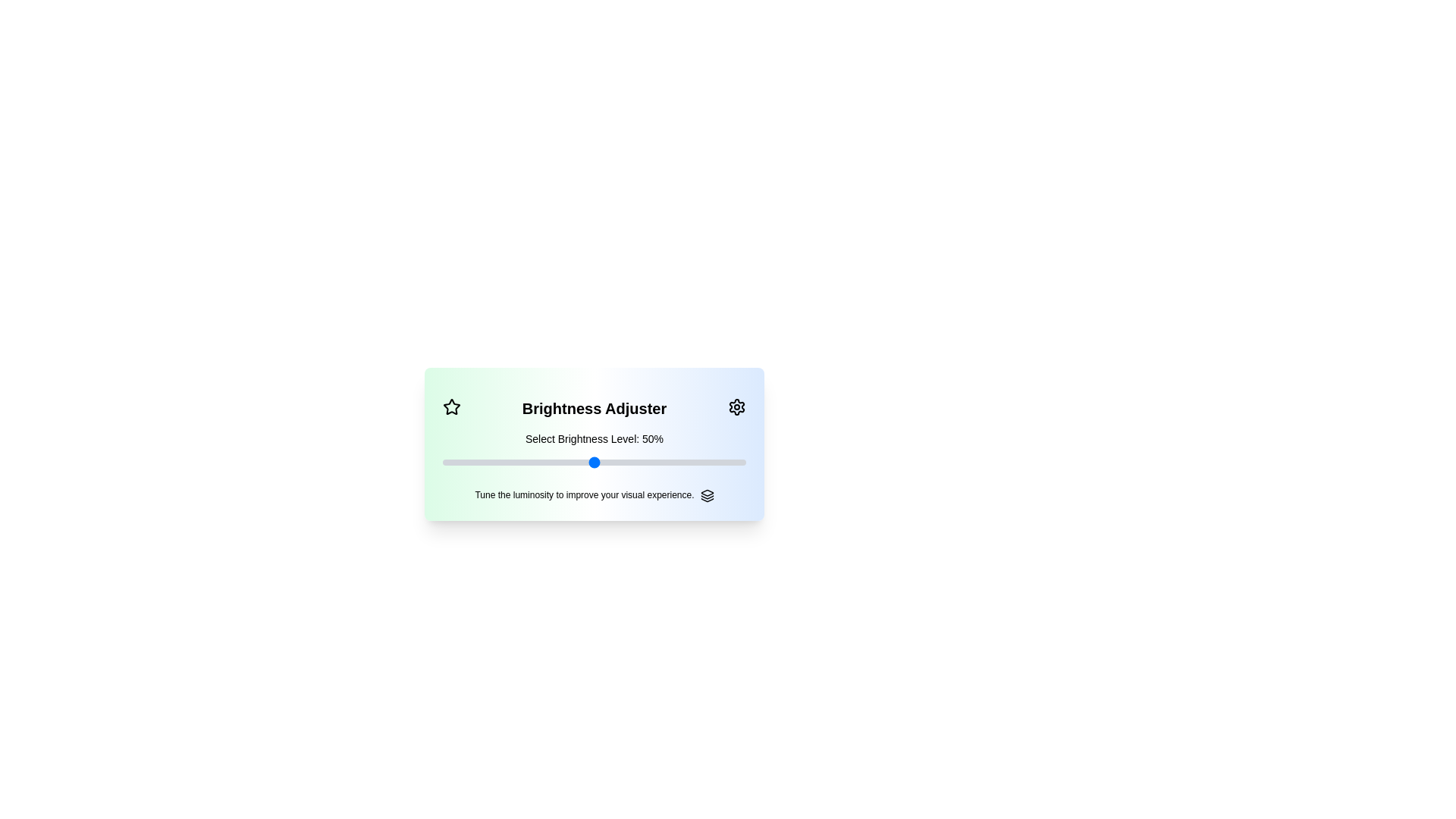 The image size is (1456, 819). I want to click on the star icon to display its tooltip, so click(450, 406).